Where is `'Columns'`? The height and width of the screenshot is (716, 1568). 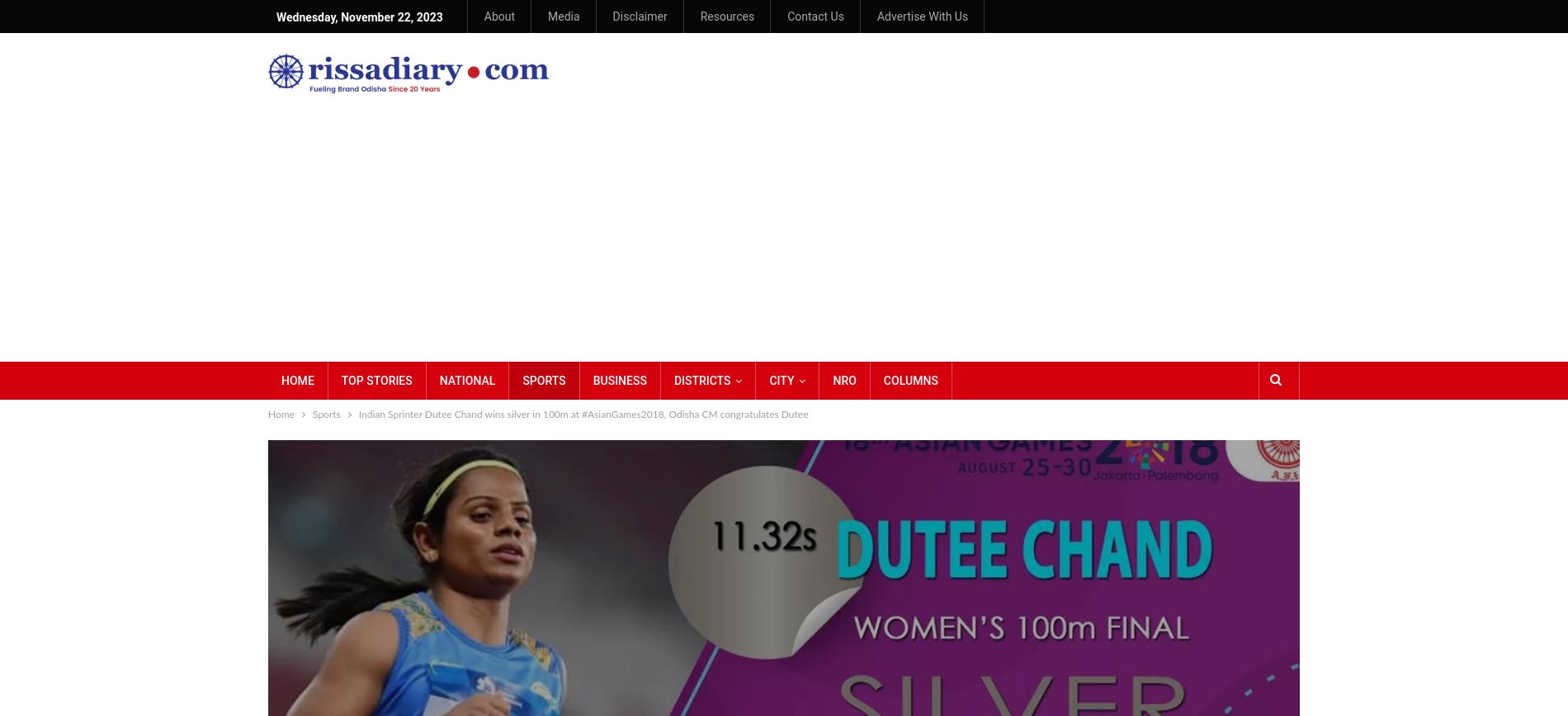
'Columns' is located at coordinates (909, 379).